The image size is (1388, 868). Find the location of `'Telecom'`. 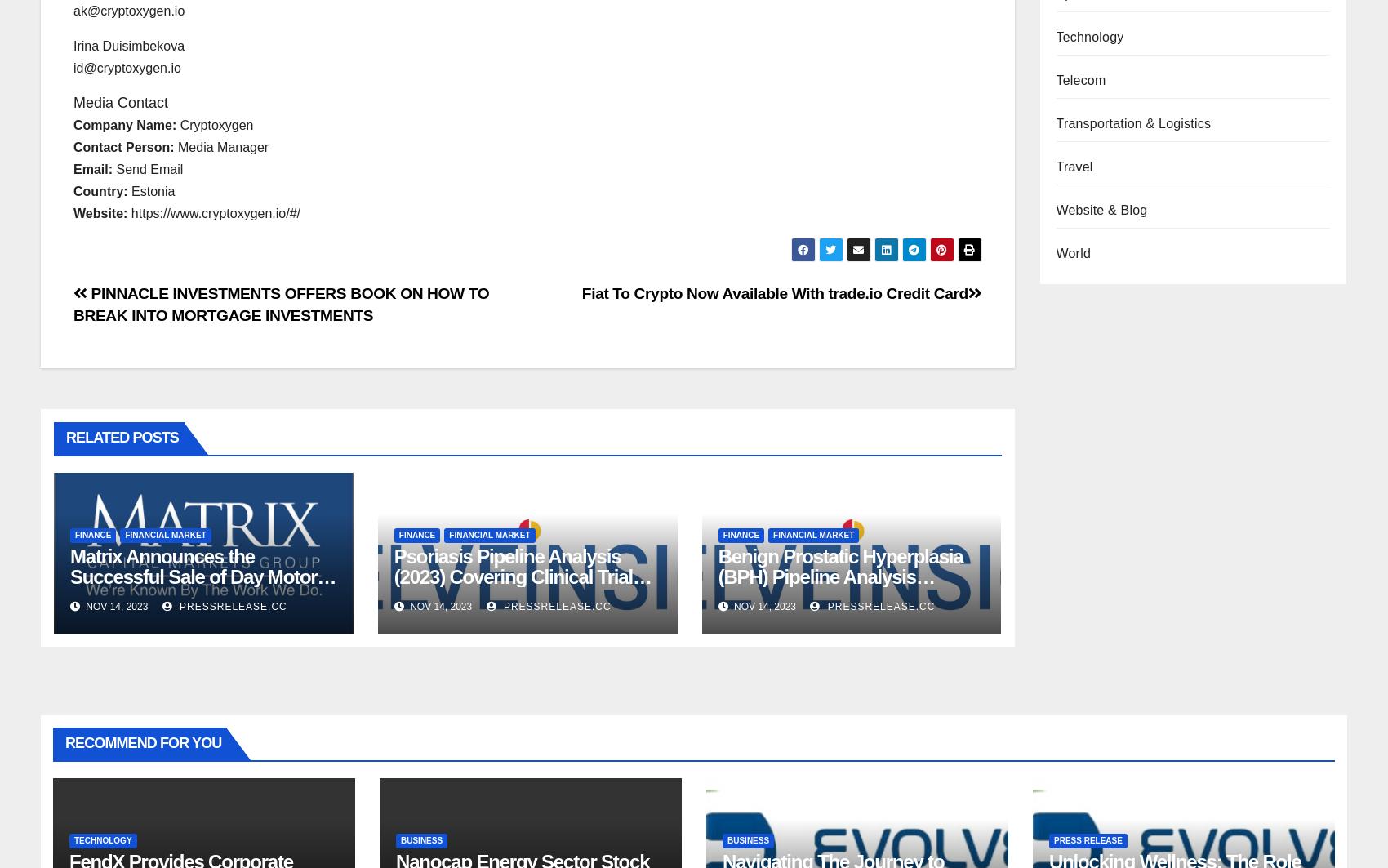

'Telecom' is located at coordinates (1080, 79).